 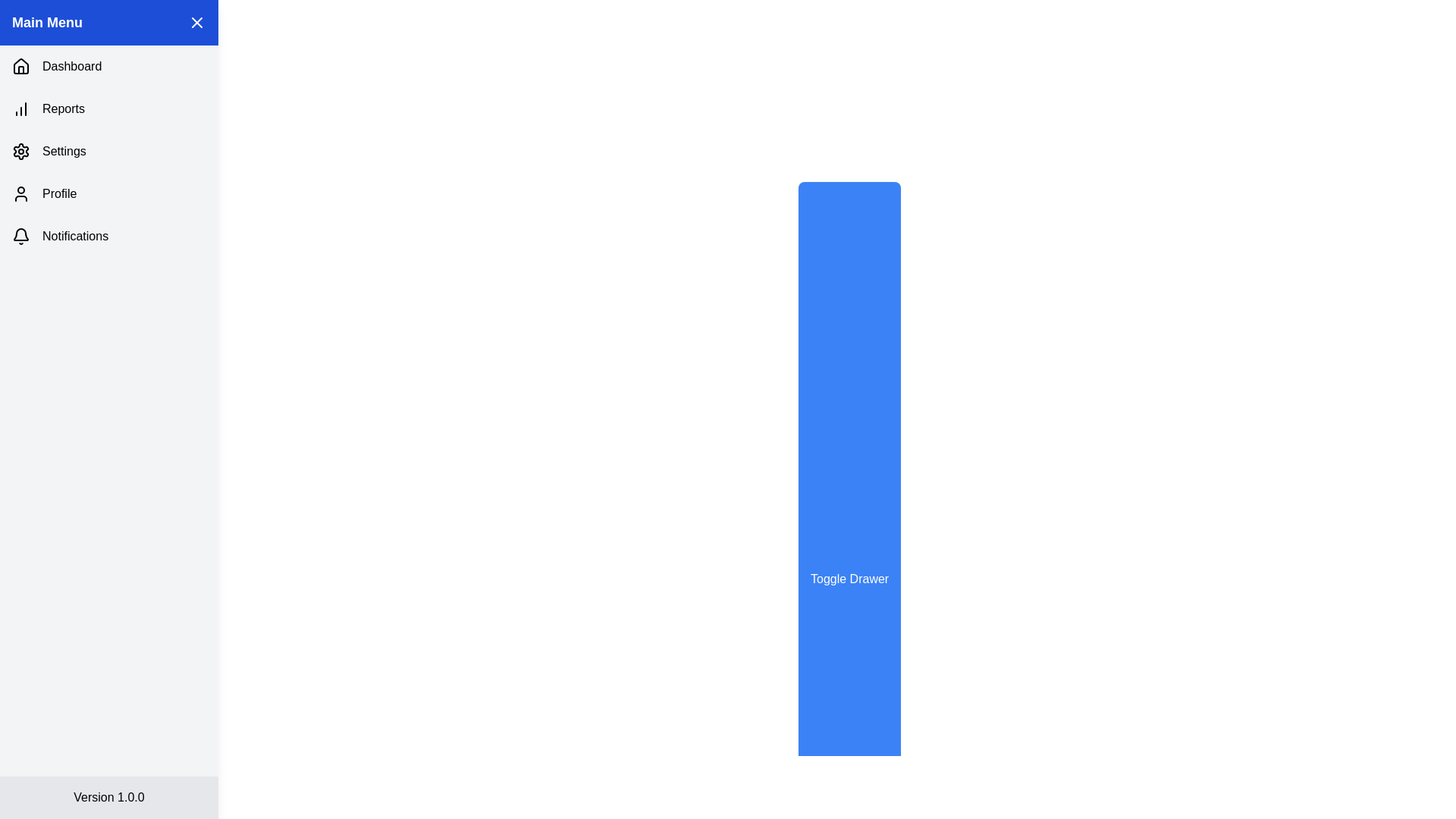 I want to click on the settings icon located centrally in the left sidebar menu, indicating access to settings, so click(x=21, y=152).